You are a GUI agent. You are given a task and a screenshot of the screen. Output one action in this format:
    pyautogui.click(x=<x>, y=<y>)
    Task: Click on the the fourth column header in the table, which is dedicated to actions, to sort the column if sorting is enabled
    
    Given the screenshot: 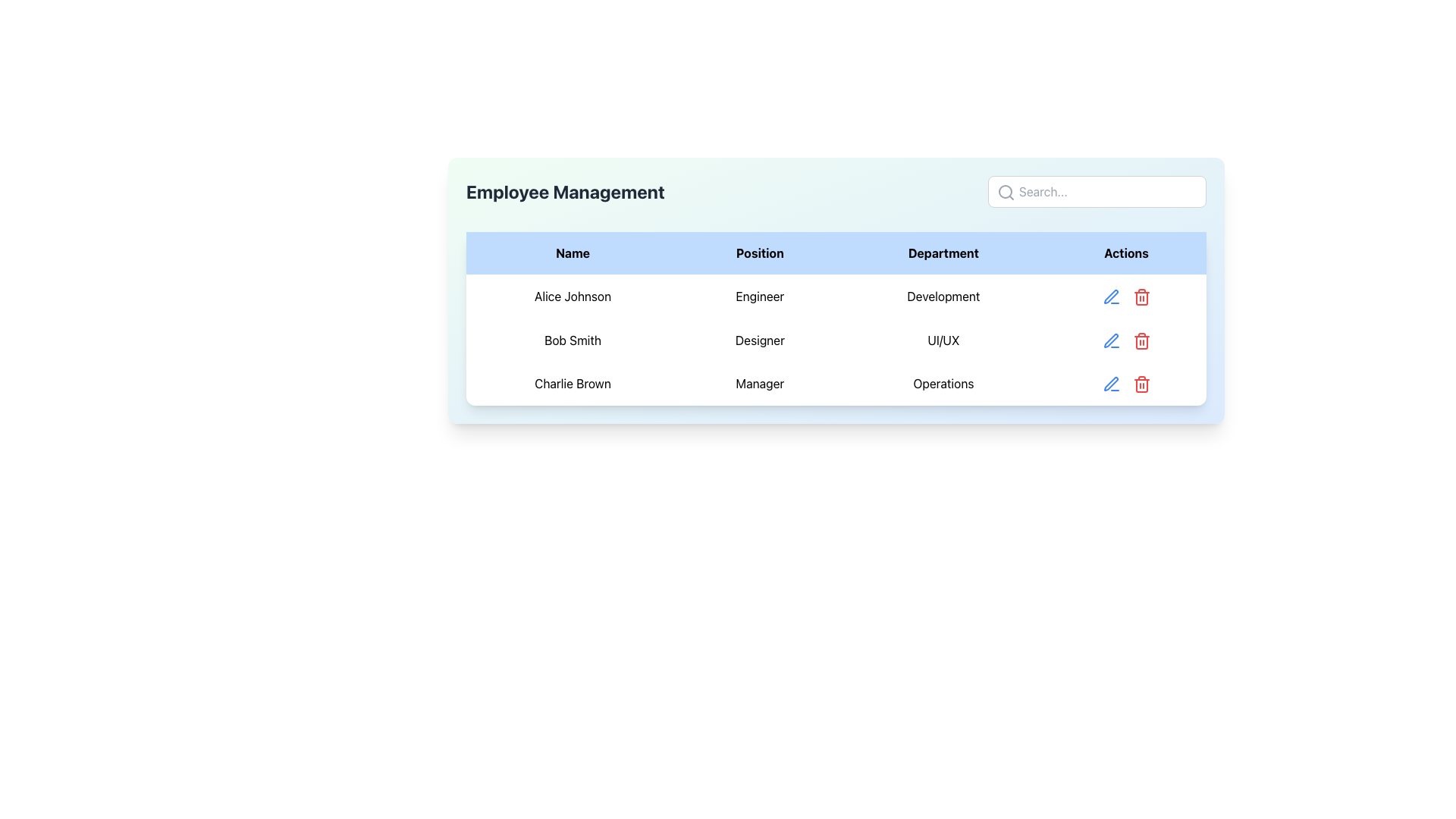 What is the action you would take?
    pyautogui.click(x=1126, y=253)
    